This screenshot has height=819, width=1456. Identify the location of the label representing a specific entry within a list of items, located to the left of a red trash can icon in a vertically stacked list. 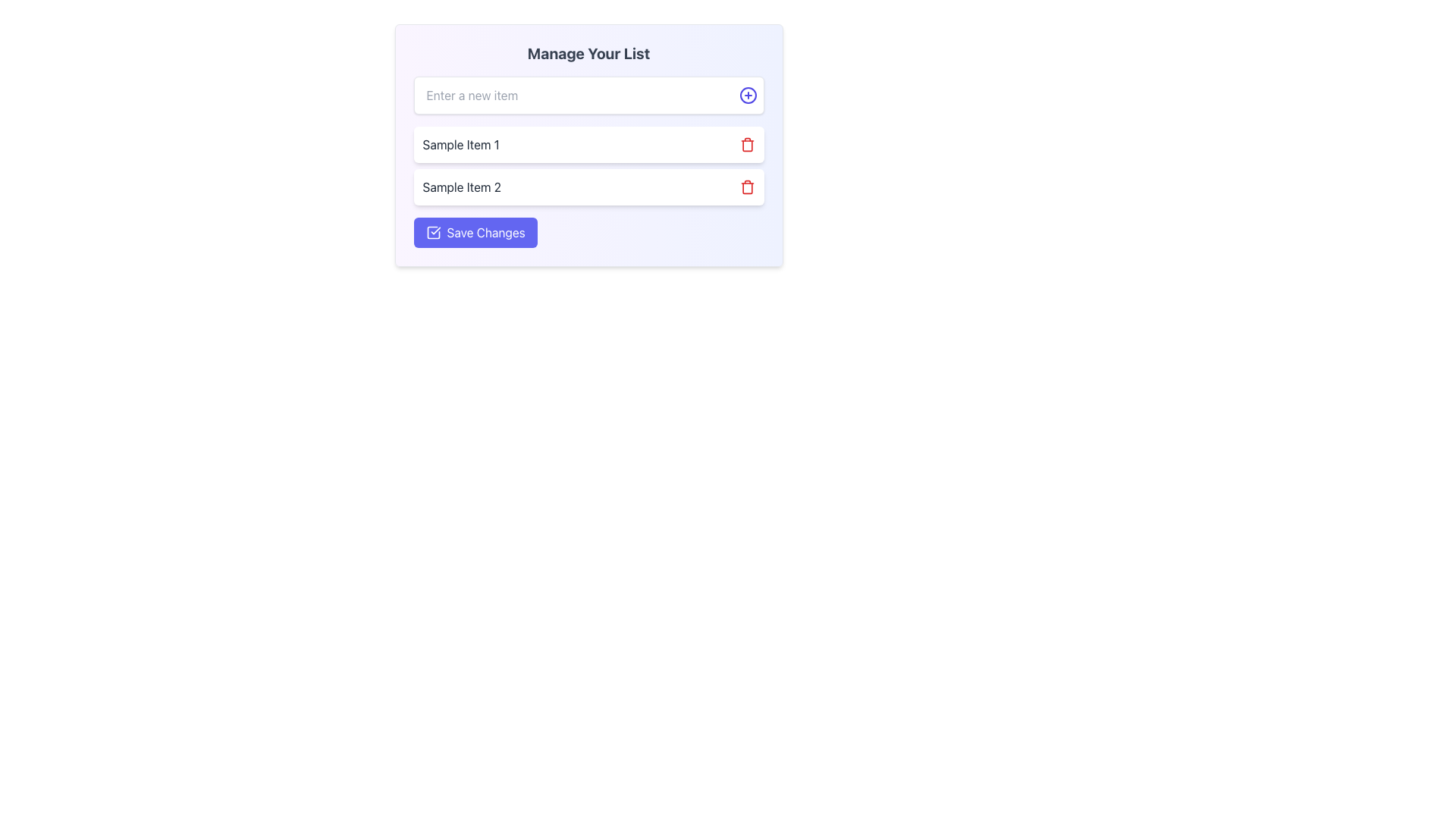
(460, 145).